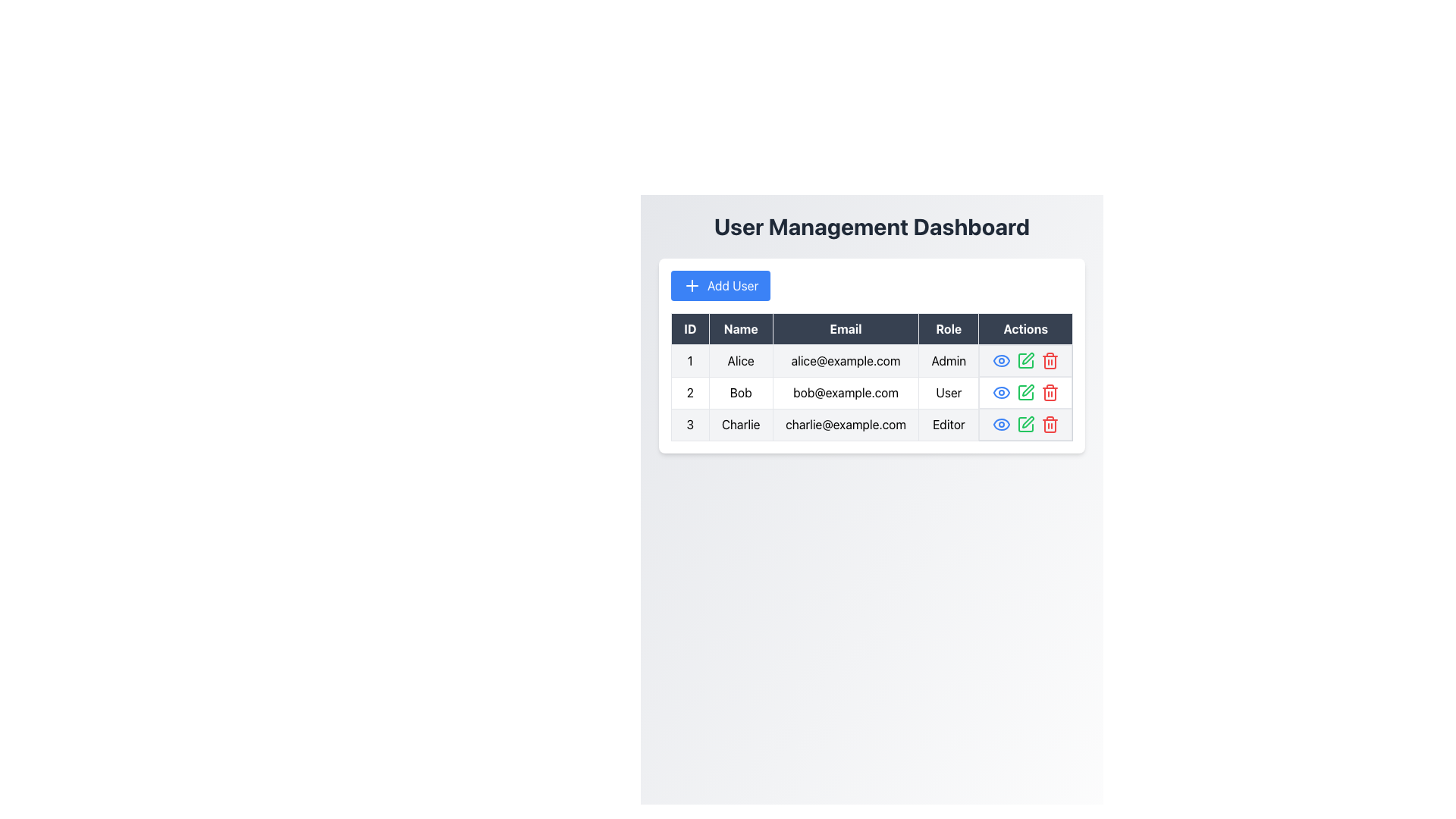 This screenshot has width=1456, height=819. Describe the element at coordinates (845, 360) in the screenshot. I see `the text display element showing the email address 'alice@example.com' in the 'Email' column of the user management table` at that location.